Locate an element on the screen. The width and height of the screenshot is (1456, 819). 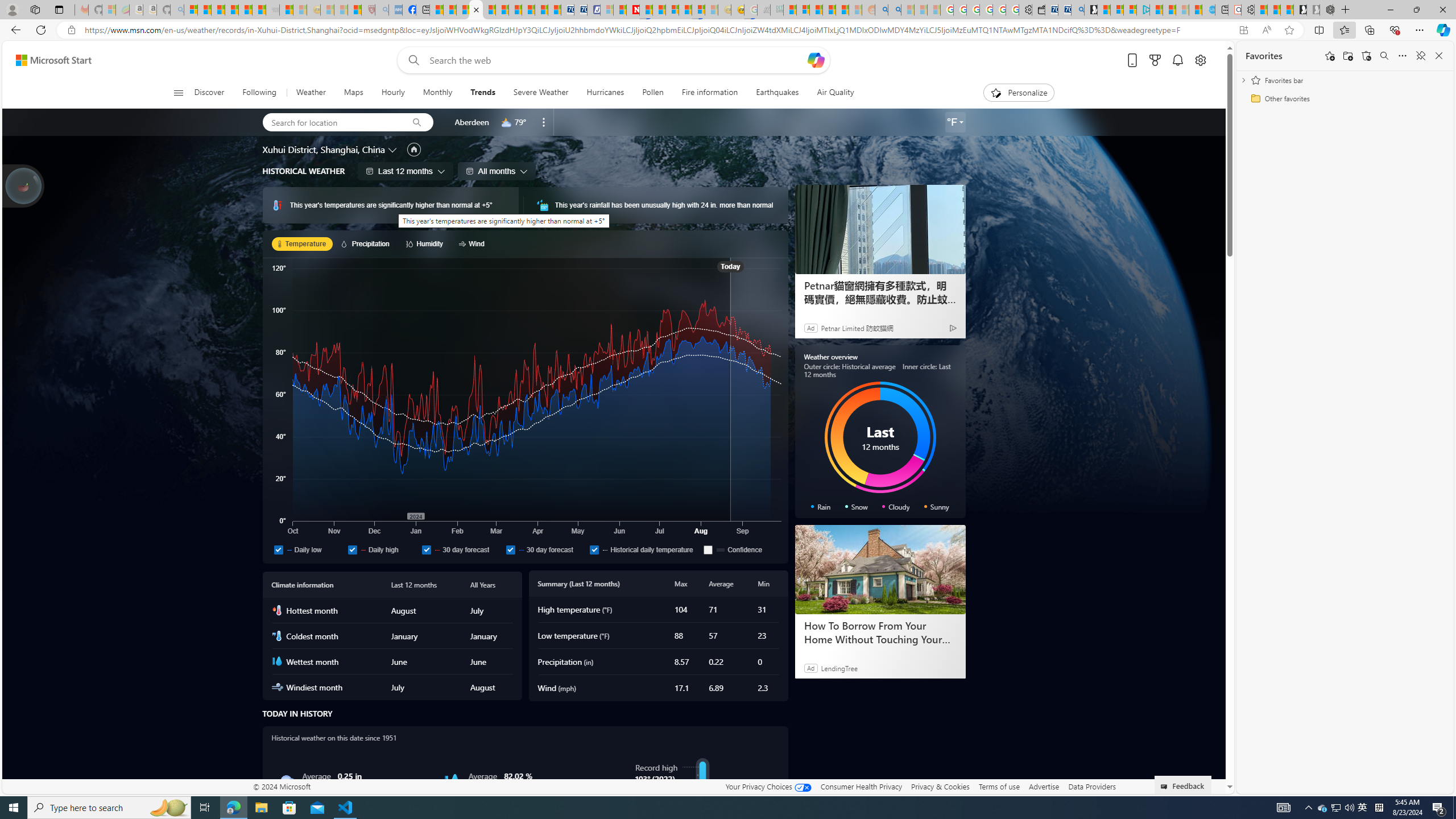
'Humidity' is located at coordinates (427, 243).